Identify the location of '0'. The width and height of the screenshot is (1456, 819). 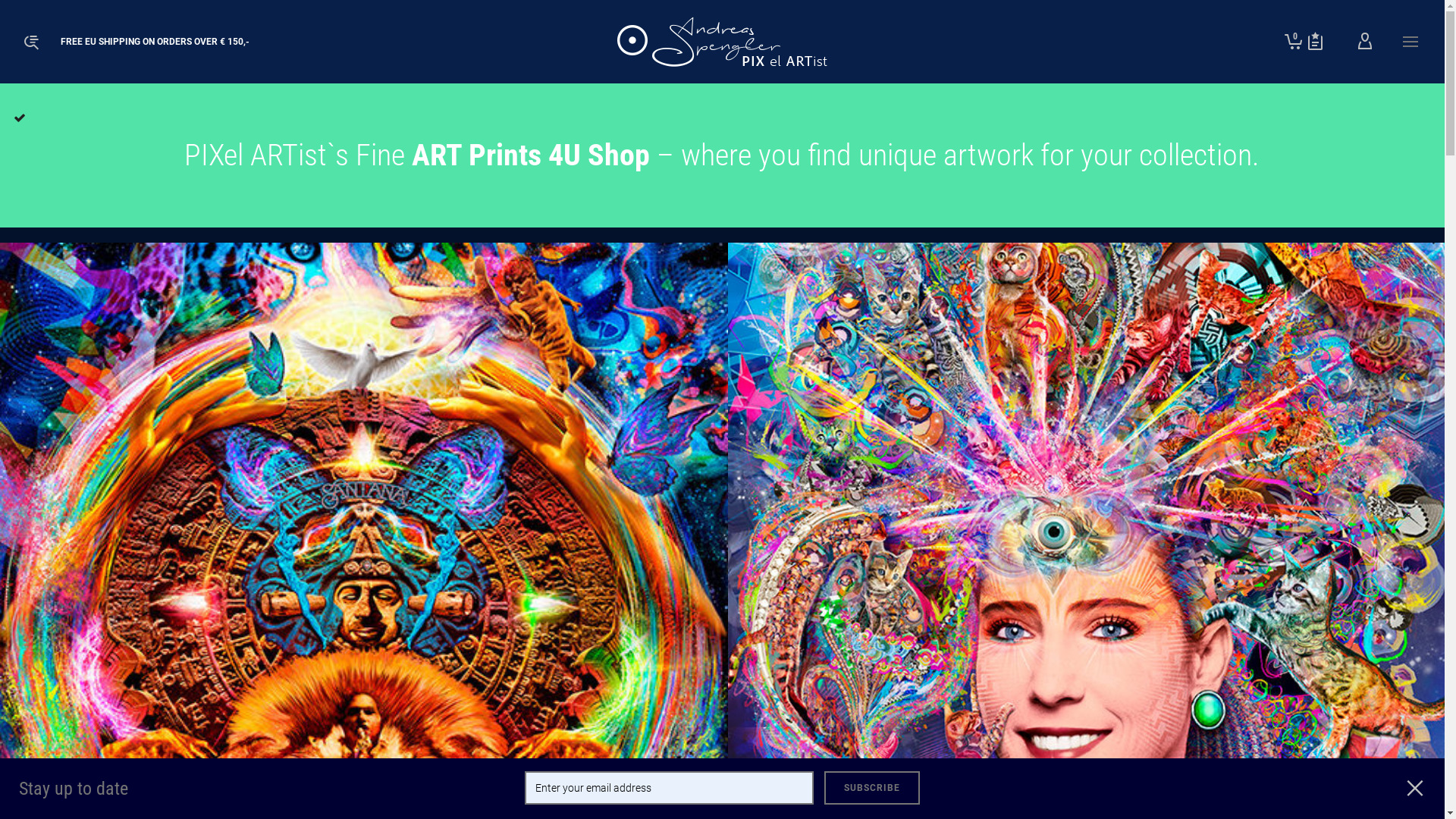
(1292, 40).